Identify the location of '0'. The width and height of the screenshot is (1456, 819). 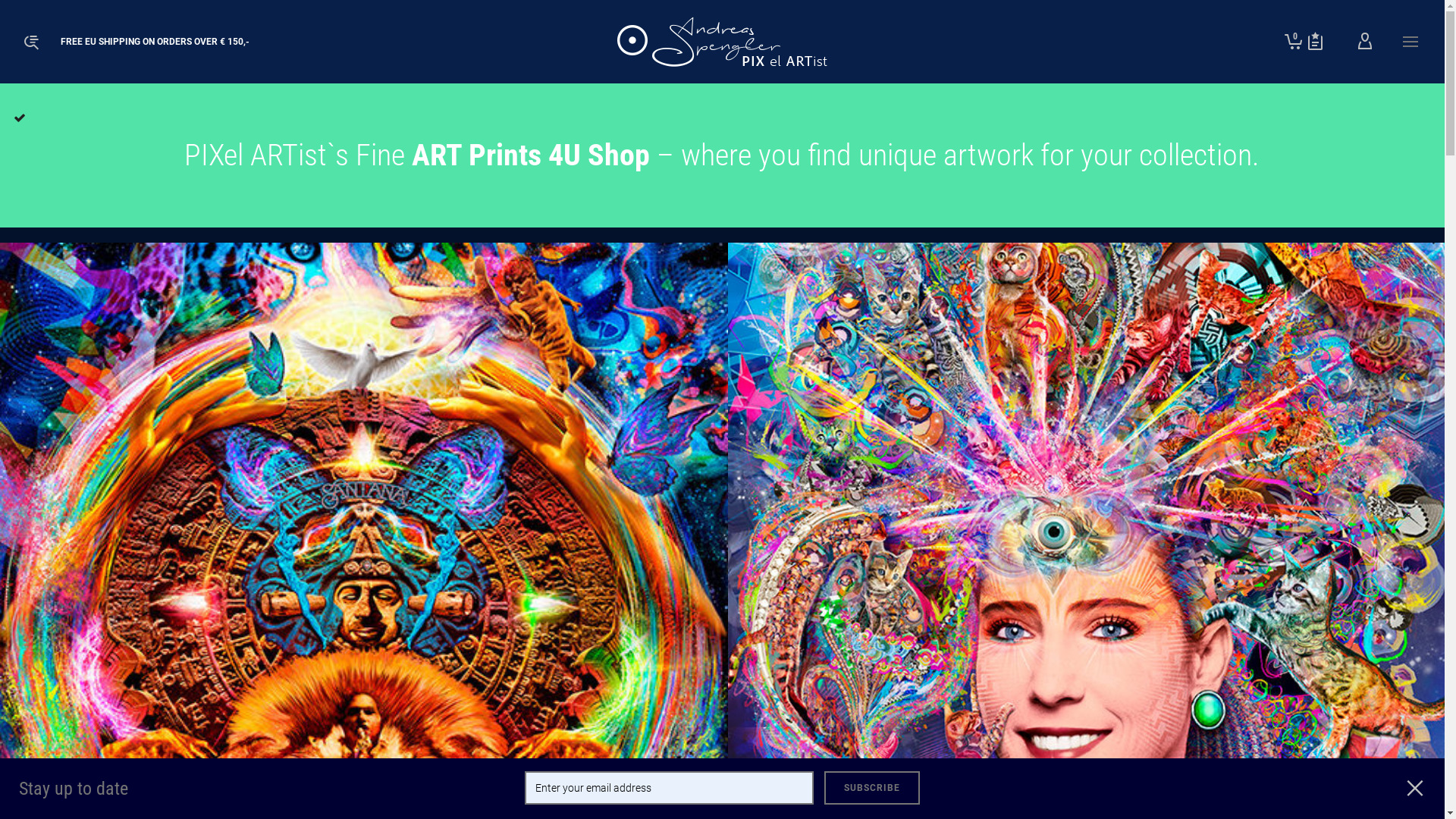
(1292, 40).